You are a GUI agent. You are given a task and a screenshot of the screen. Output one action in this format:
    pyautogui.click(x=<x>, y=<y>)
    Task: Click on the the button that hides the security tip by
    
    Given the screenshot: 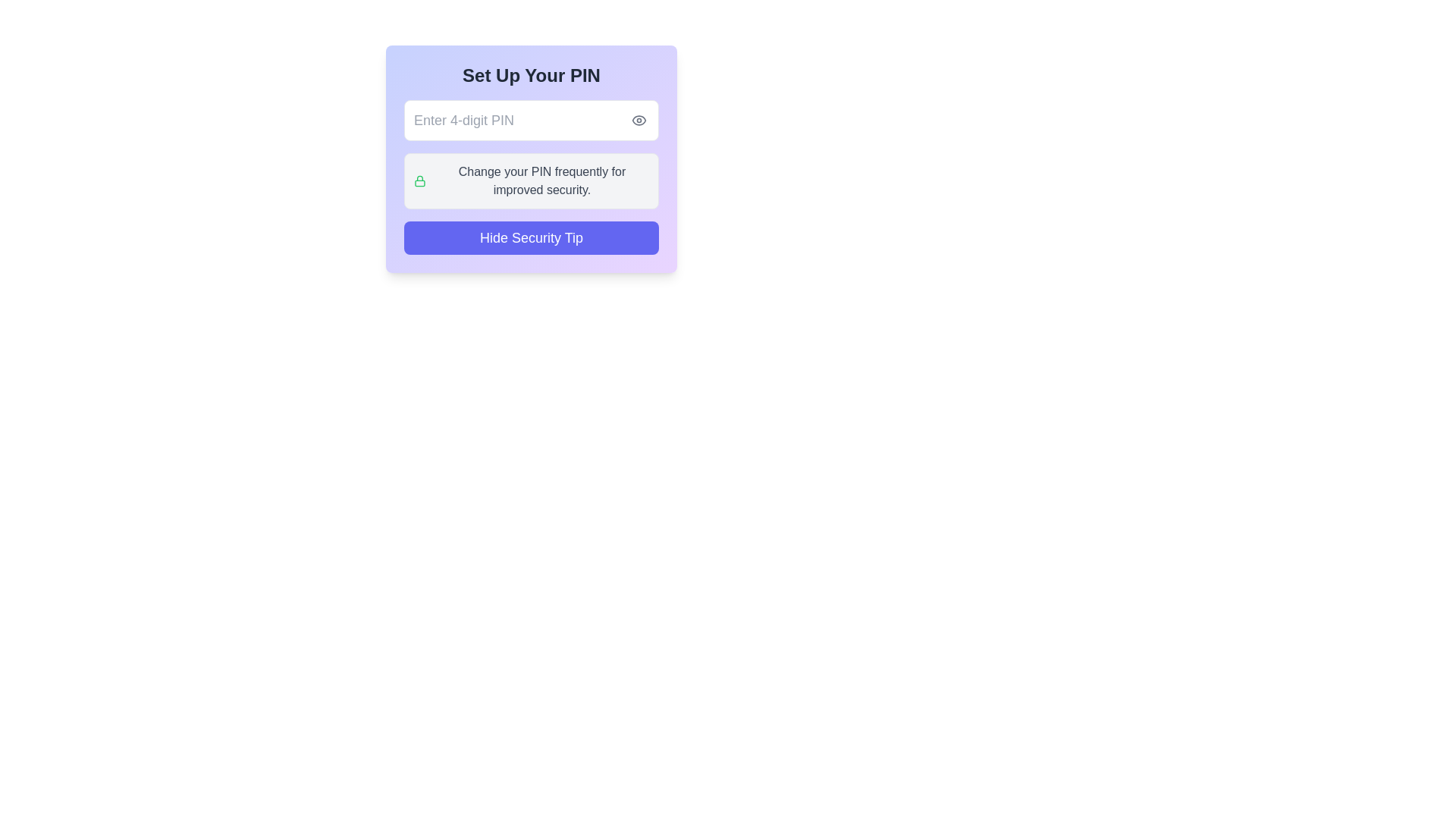 What is the action you would take?
    pyautogui.click(x=531, y=237)
    